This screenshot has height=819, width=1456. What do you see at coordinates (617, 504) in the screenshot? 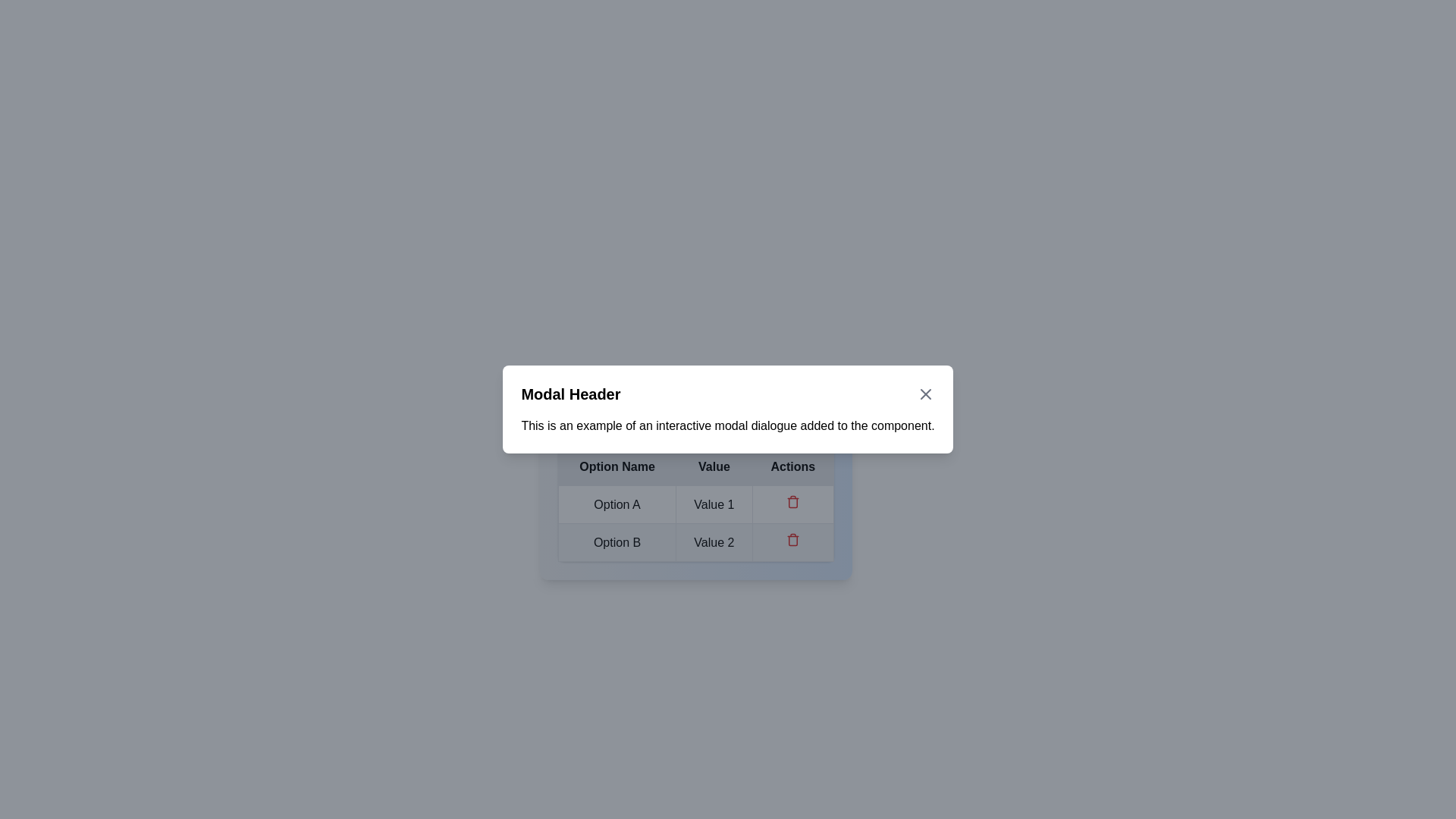
I see `the static text label containing 'Option A' for reading by moving the cursor to its center point` at bounding box center [617, 504].